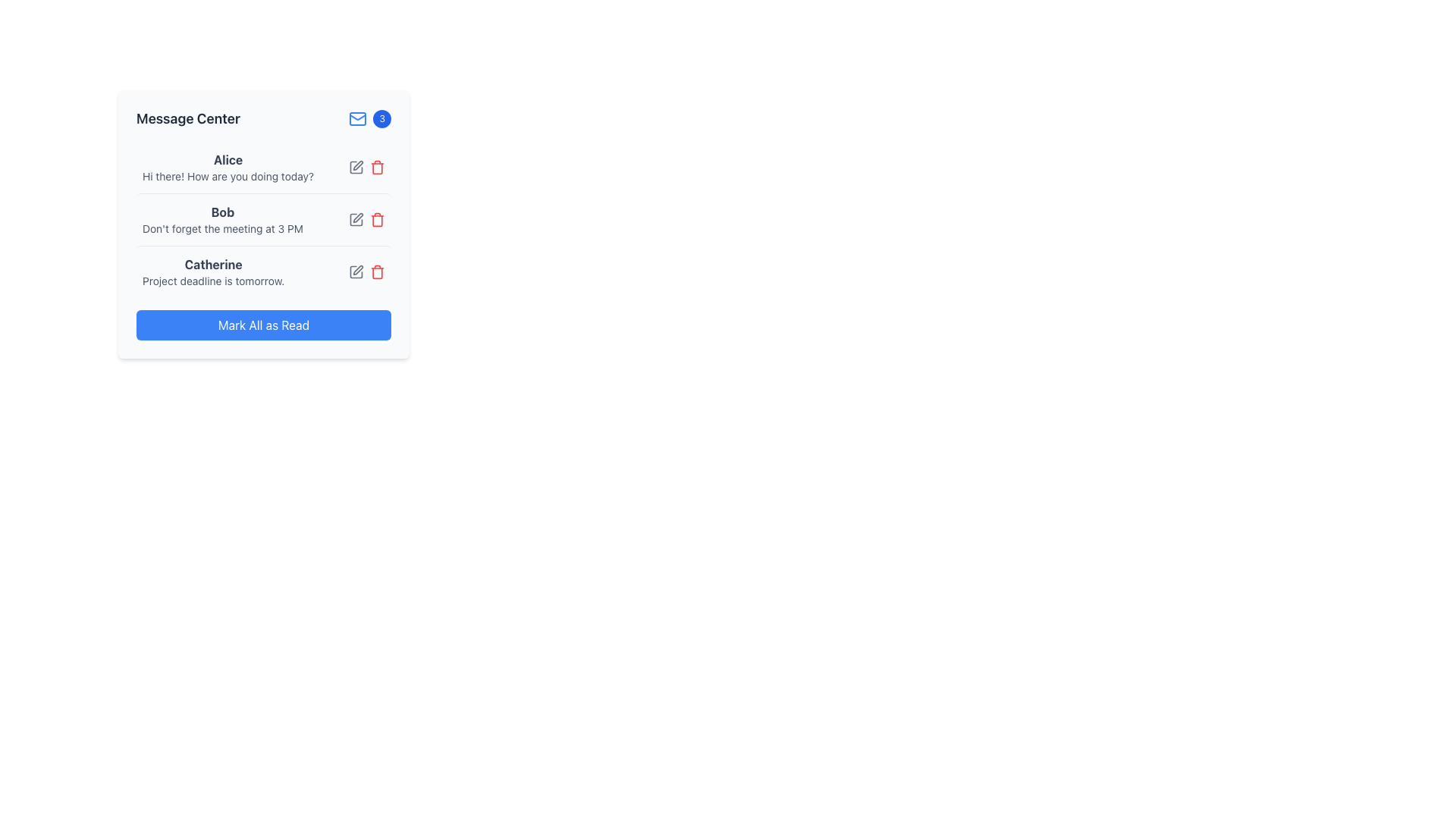 Image resolution: width=1456 pixels, height=819 pixels. What do you see at coordinates (356, 167) in the screenshot?
I see `the rectangular SVG icon with a gray outline, which is located to the right of Alice's name and message` at bounding box center [356, 167].